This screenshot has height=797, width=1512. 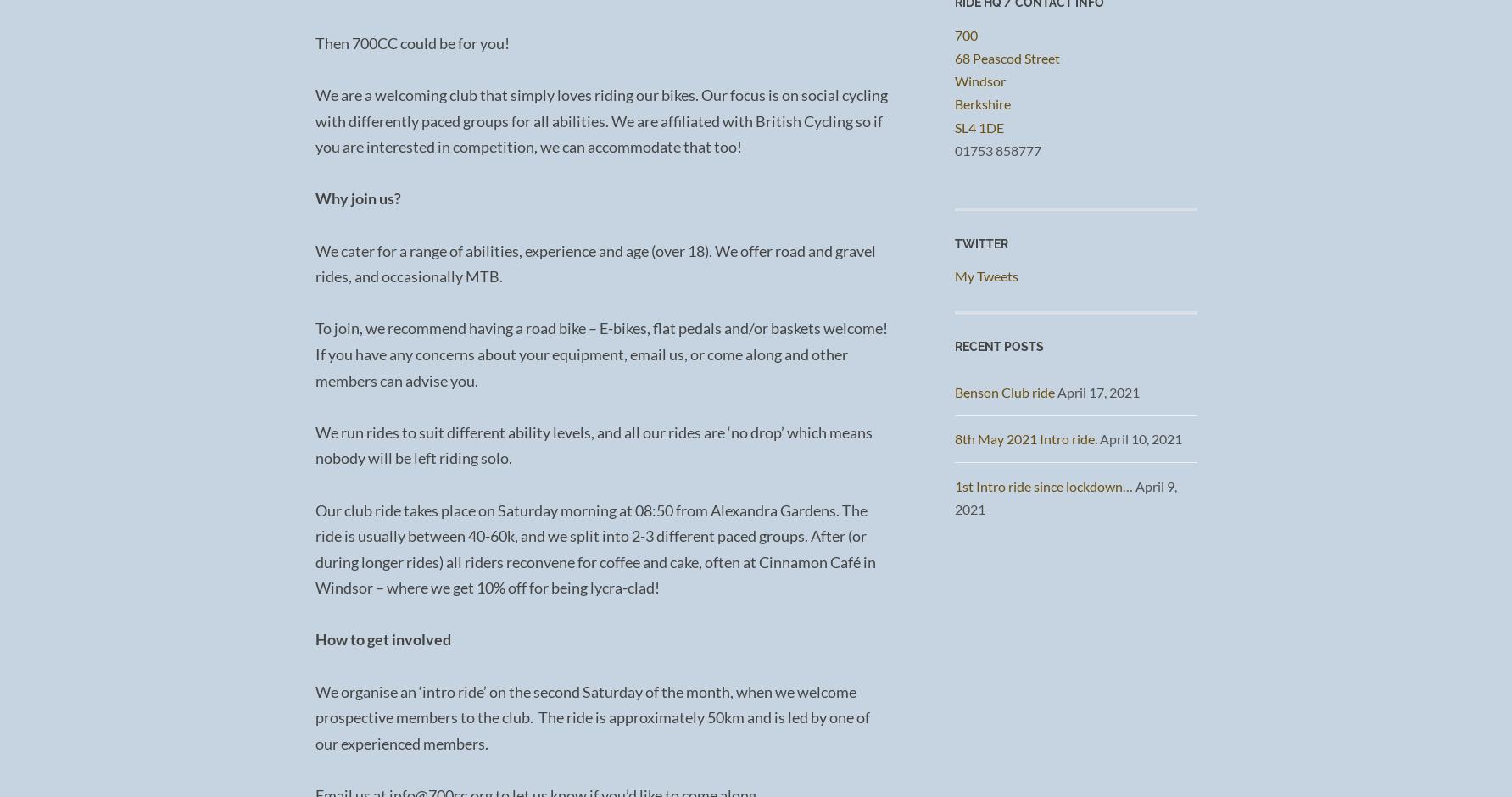 I want to click on '8th May 2021 Intro ride.', so click(x=1025, y=438).